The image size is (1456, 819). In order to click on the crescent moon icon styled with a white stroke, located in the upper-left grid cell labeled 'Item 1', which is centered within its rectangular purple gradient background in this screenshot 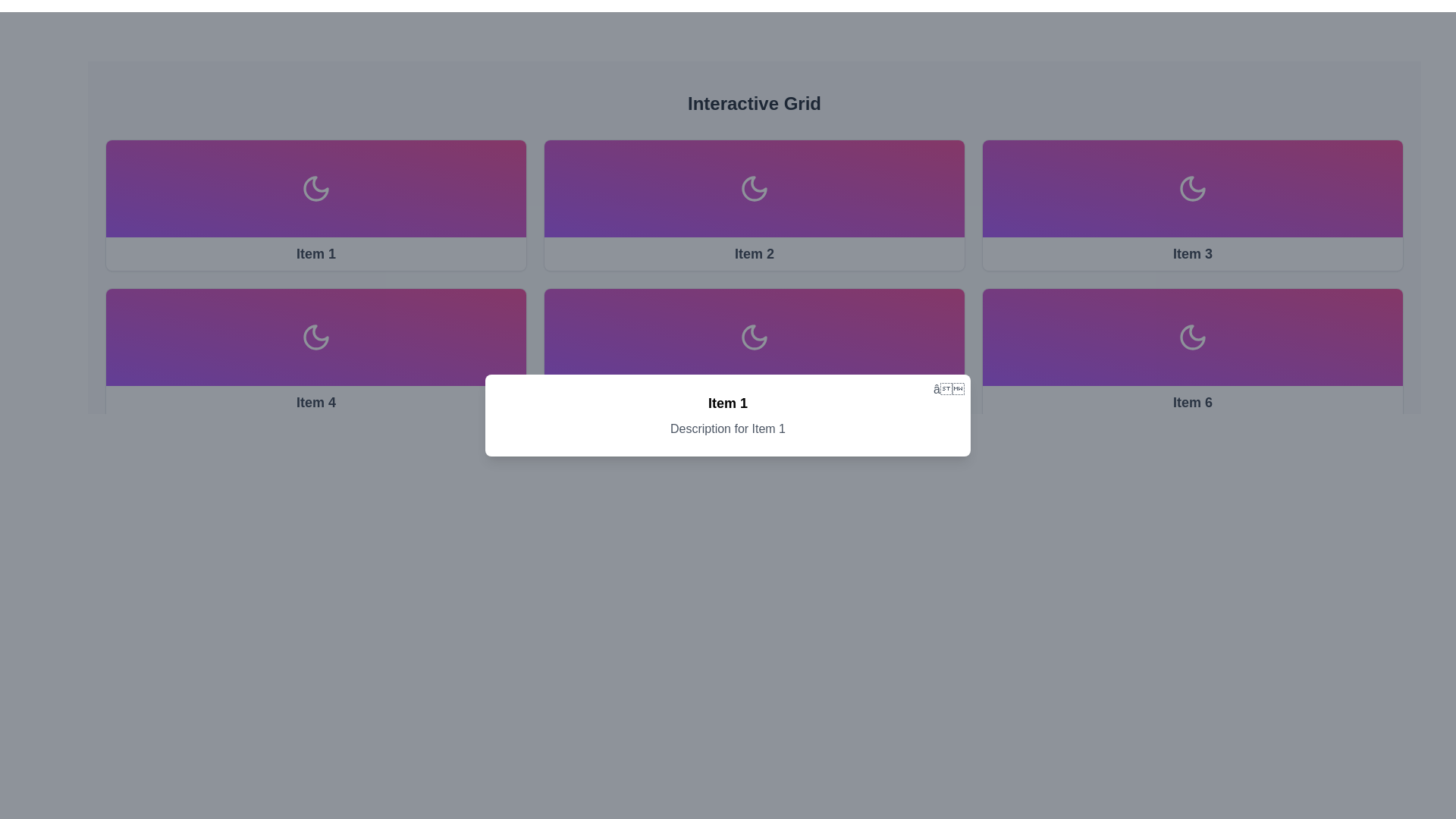, I will do `click(315, 188)`.